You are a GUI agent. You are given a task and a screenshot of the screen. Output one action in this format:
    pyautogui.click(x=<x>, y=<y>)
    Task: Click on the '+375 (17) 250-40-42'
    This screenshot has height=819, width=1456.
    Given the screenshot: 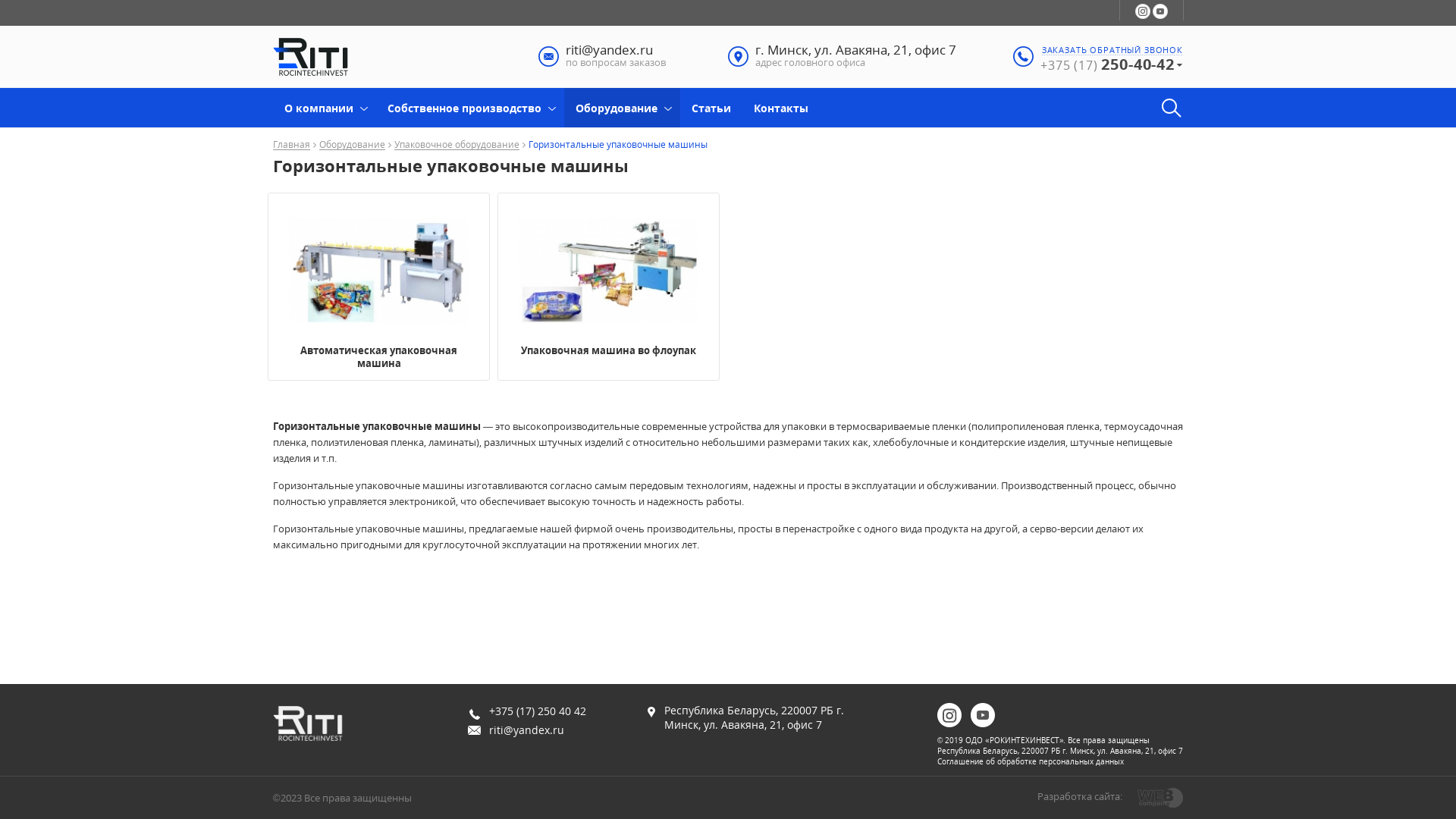 What is the action you would take?
    pyautogui.click(x=1111, y=63)
    